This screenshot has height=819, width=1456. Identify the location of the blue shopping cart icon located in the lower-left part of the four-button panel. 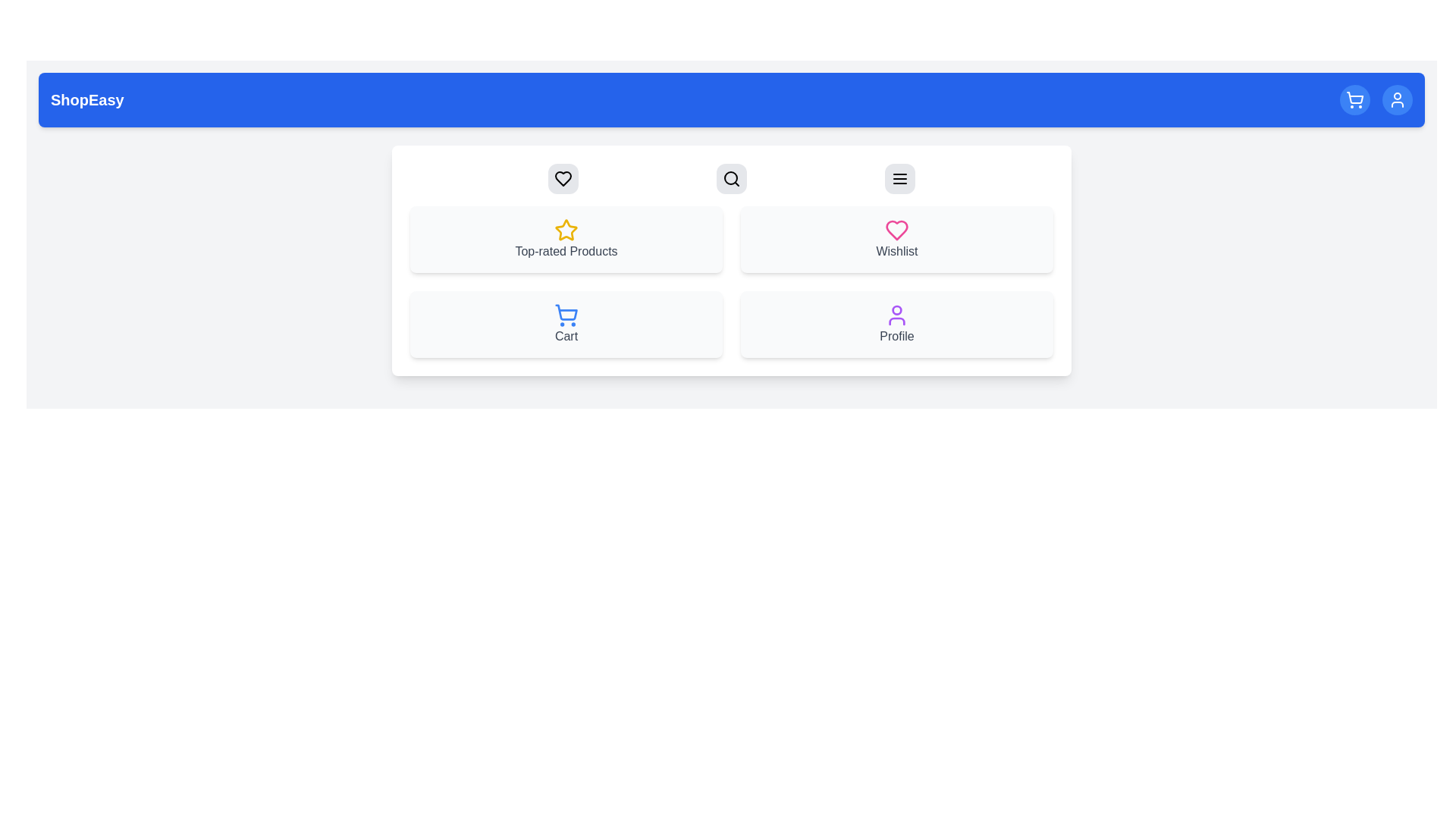
(566, 315).